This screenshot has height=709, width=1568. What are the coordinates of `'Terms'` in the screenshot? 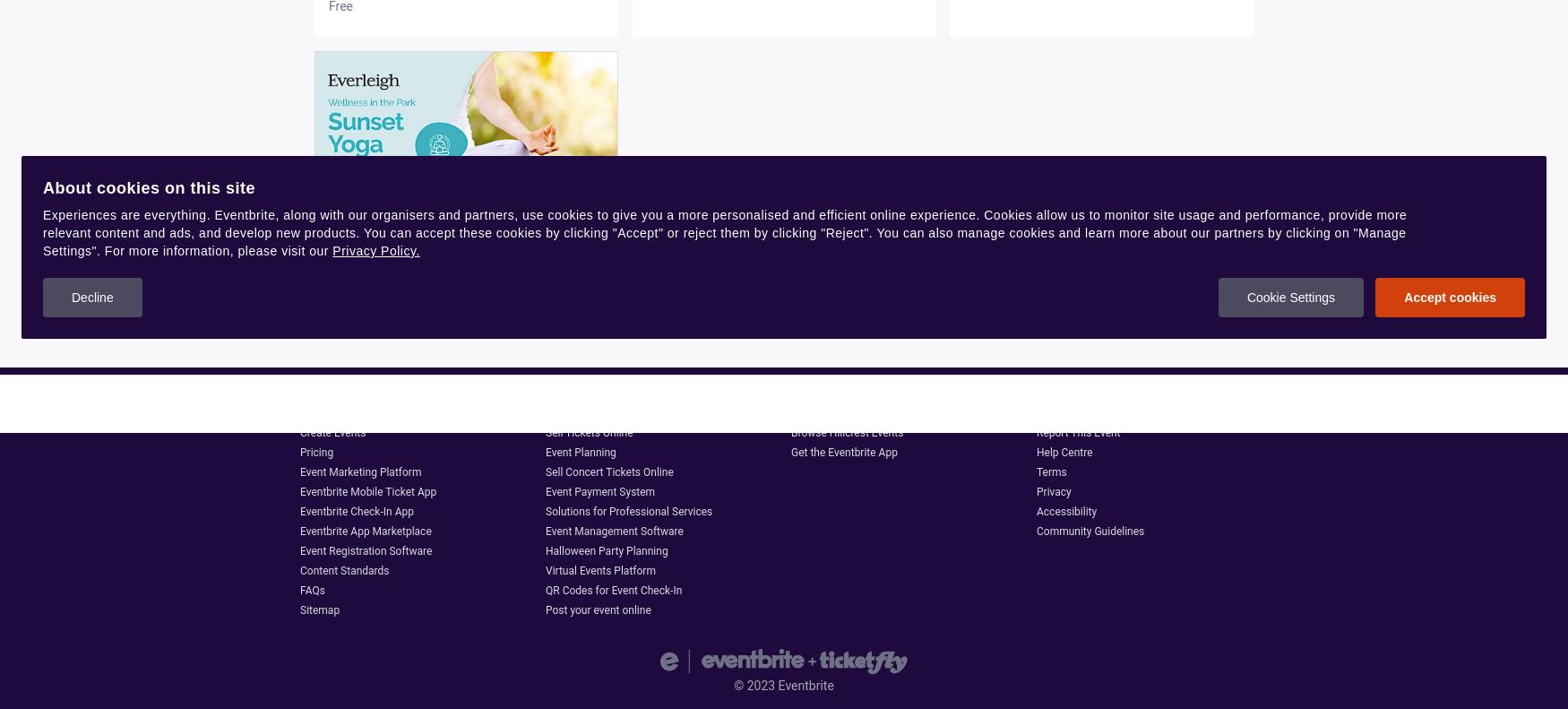 It's located at (1050, 471).